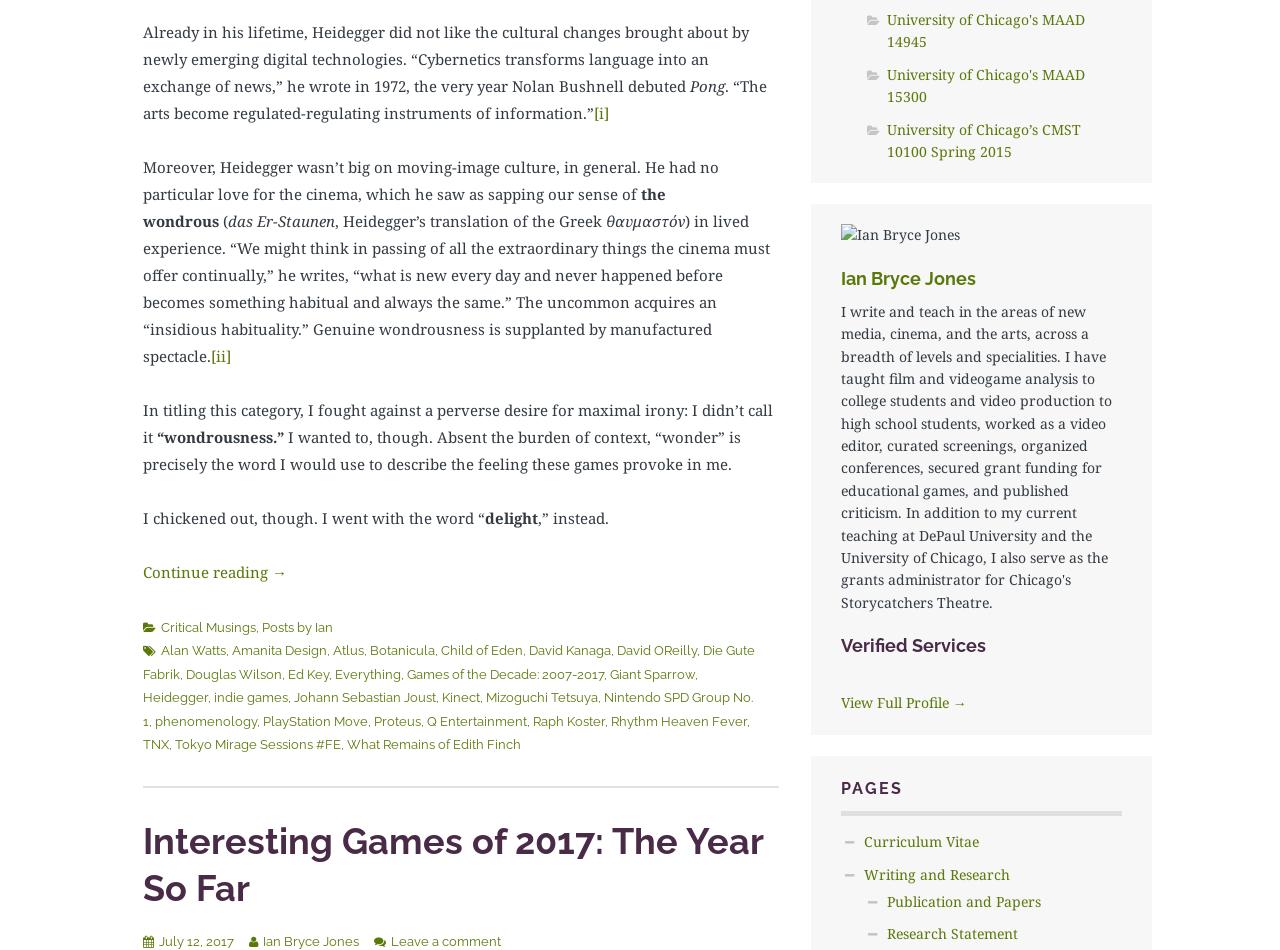  What do you see at coordinates (429, 179) in the screenshot?
I see `'Moreover, Heidegger wasn’t big on moving-image culture, in general. He had no particular love for the cinema, which he saw as sapping our sense of'` at bounding box center [429, 179].